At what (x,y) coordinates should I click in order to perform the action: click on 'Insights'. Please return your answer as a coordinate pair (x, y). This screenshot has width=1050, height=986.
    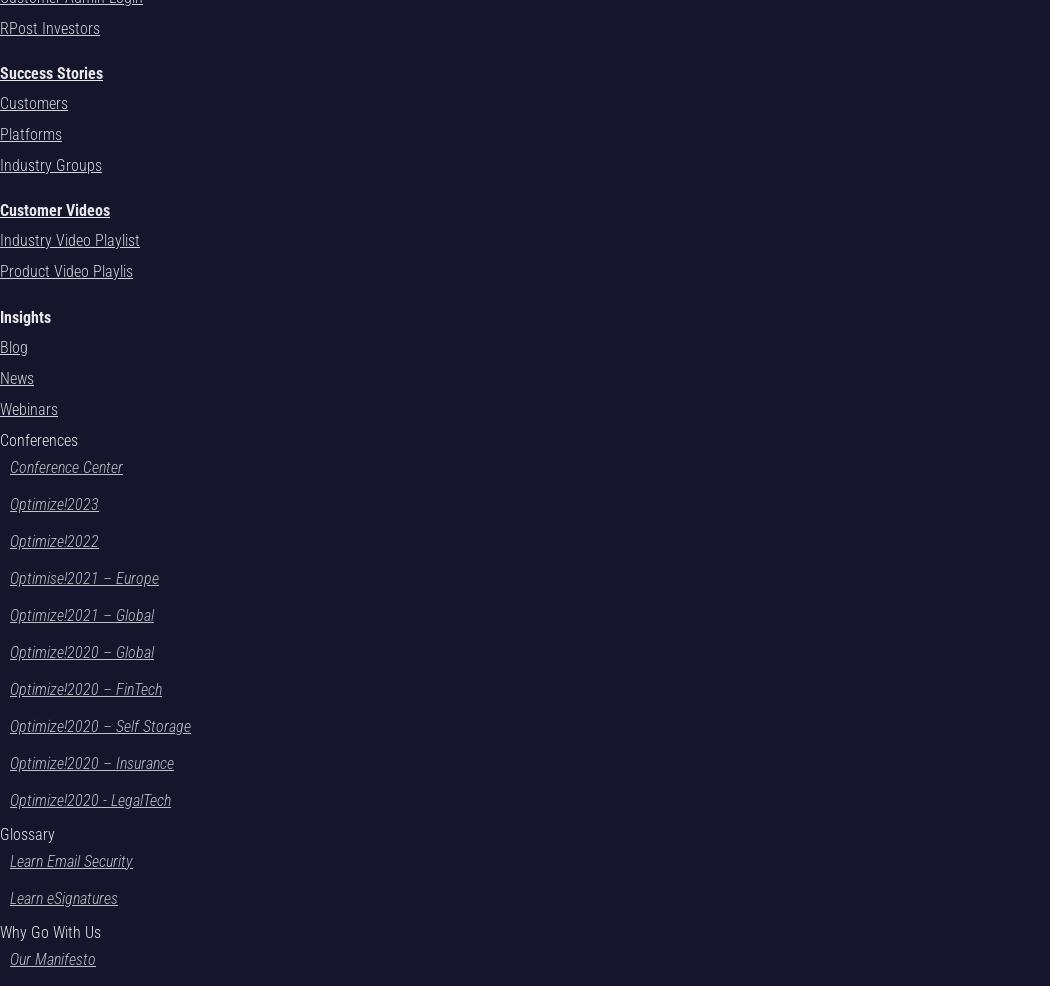
    Looking at the image, I should click on (25, 316).